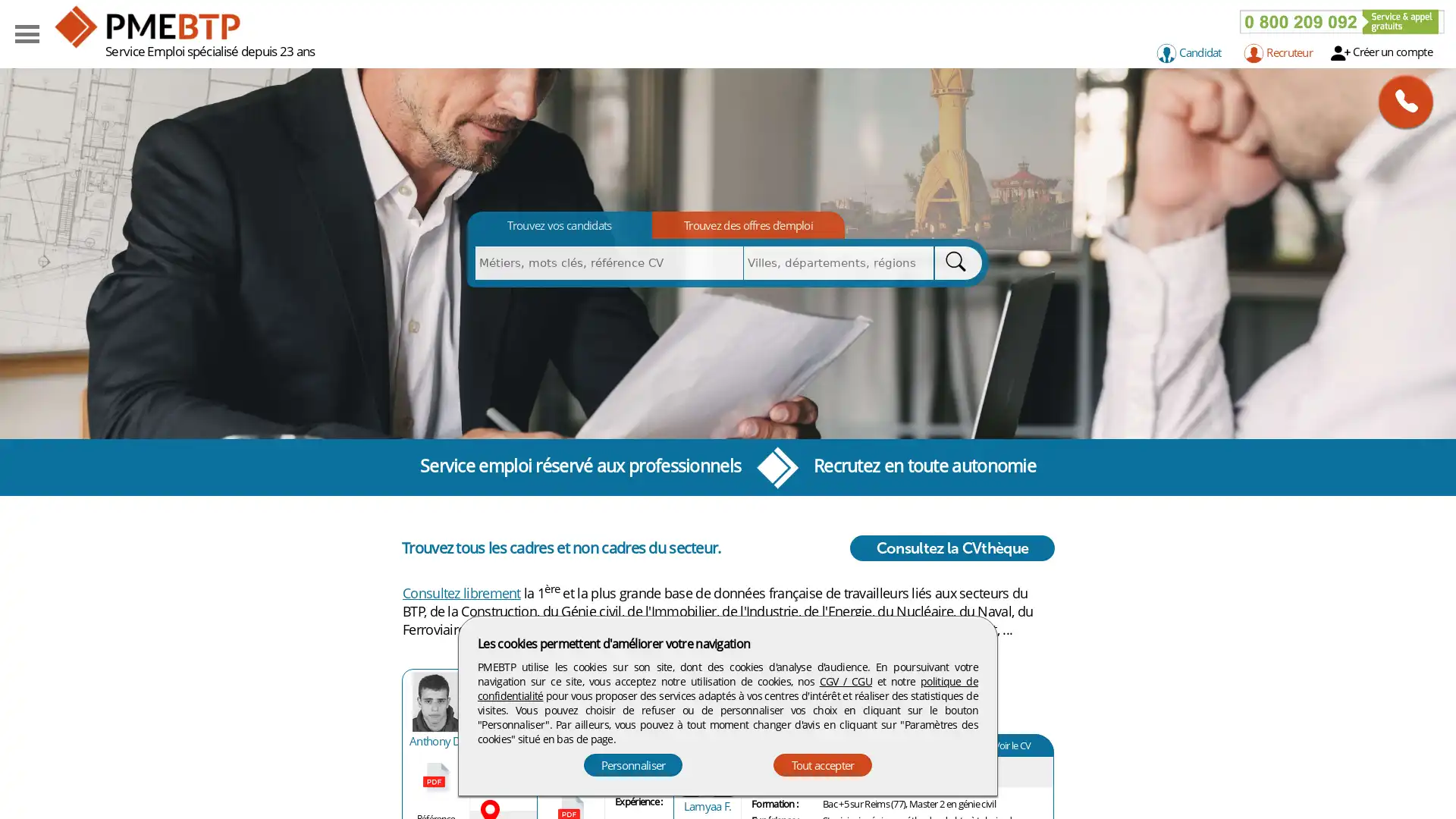 This screenshot has height=819, width=1456. I want to click on Rechercher, so click(956, 262).